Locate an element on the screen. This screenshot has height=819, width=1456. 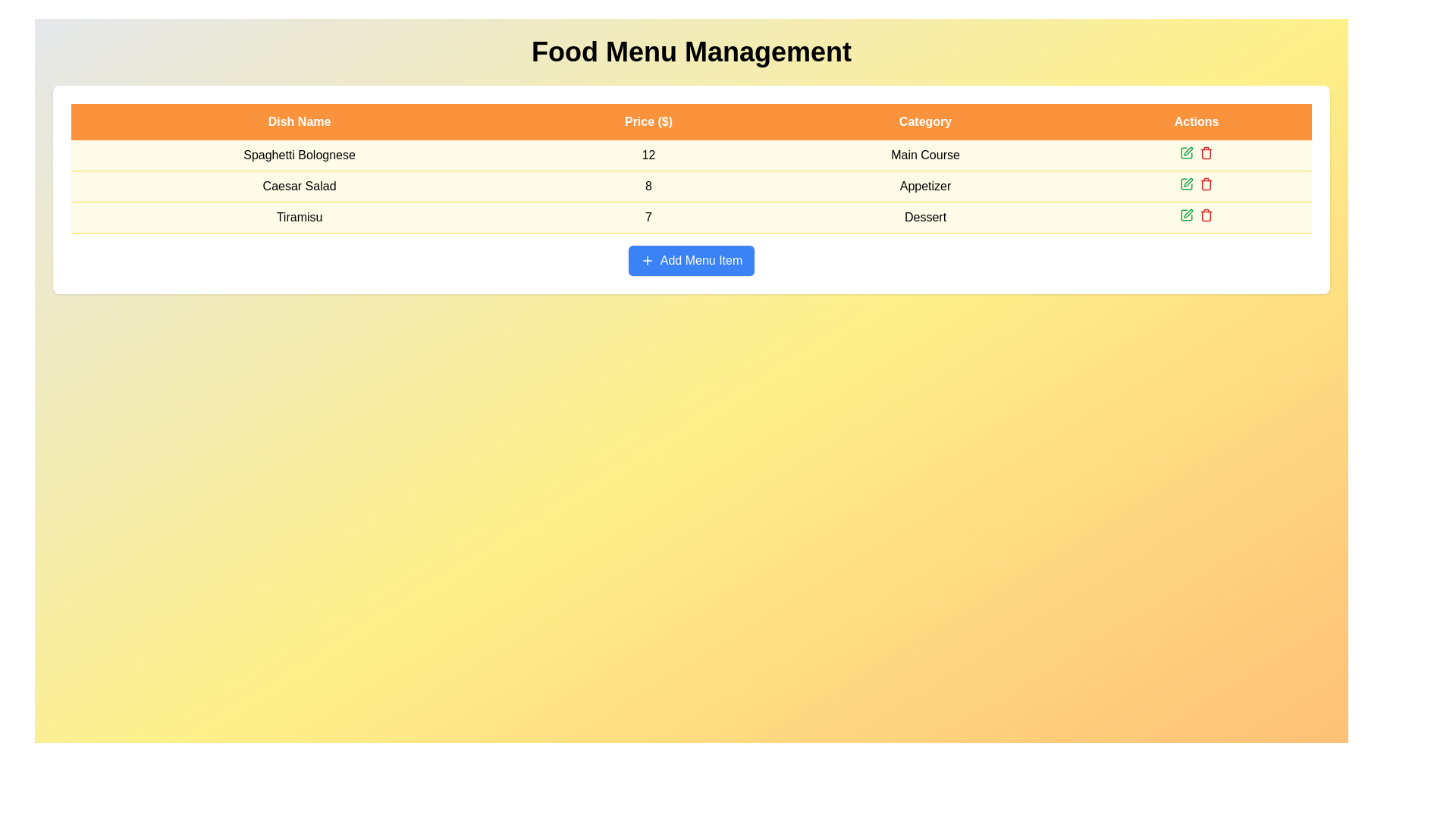
the price label of the dish 'Tiramisu' in the 'Food Menu Management' table, which is located in the second column under the 'Price ($)' header is located at coordinates (648, 217).